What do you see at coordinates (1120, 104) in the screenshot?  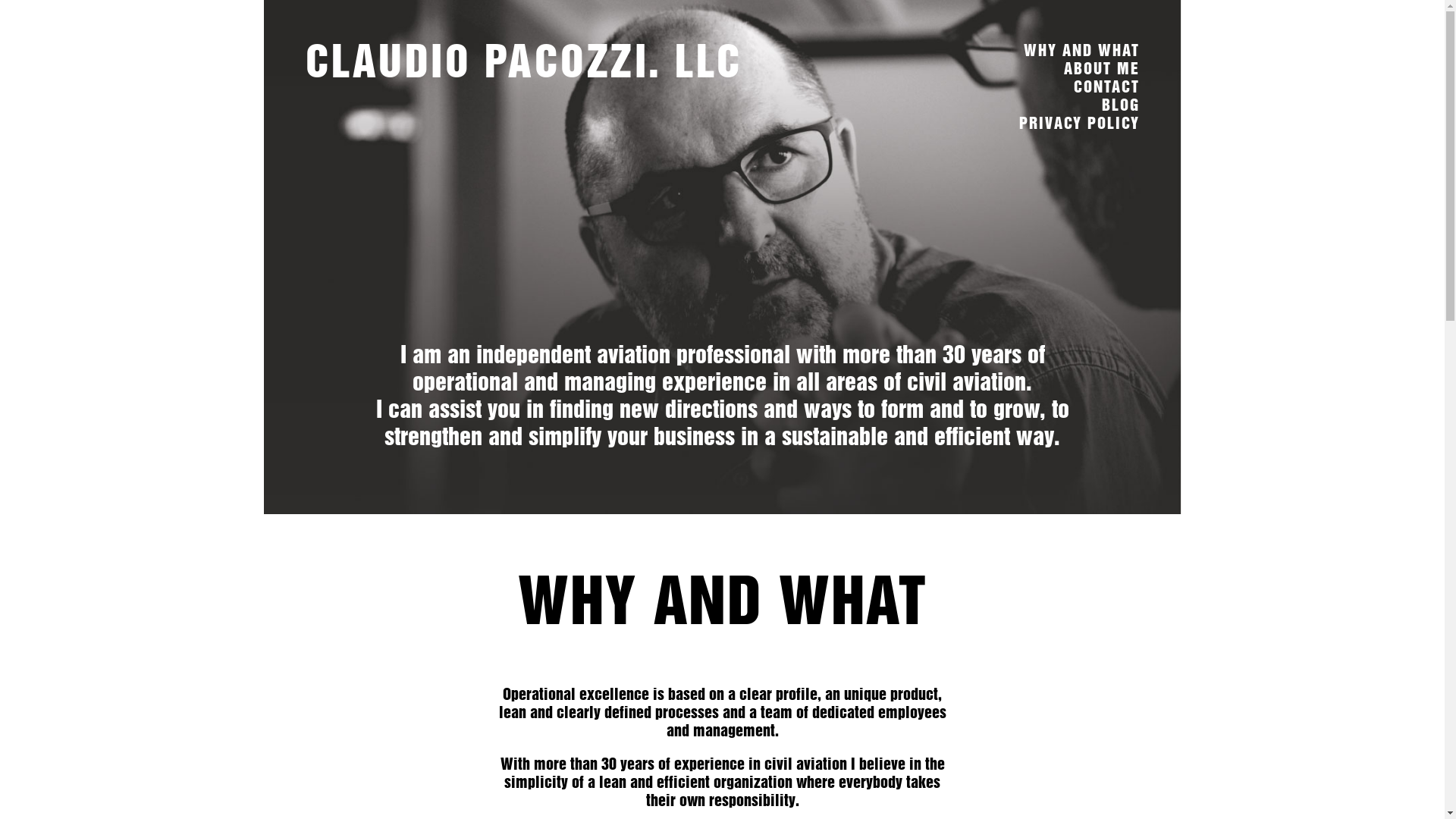 I see `'BLOG'` at bounding box center [1120, 104].